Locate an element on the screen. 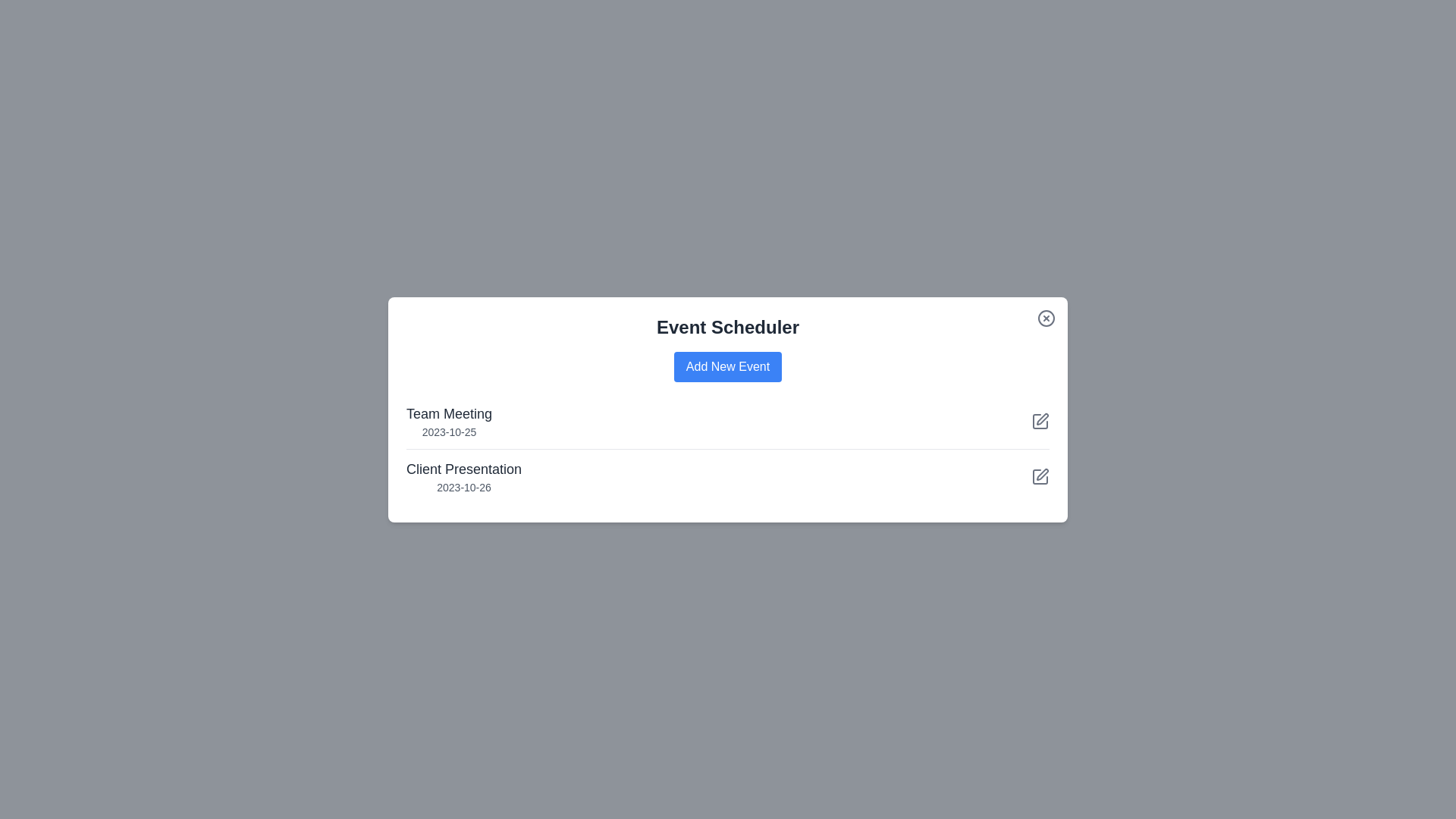  the pen icon button located in the second row of the event list for the 'Client Presentation' event on 2023-10-26 to change its color to green is located at coordinates (1040, 421).